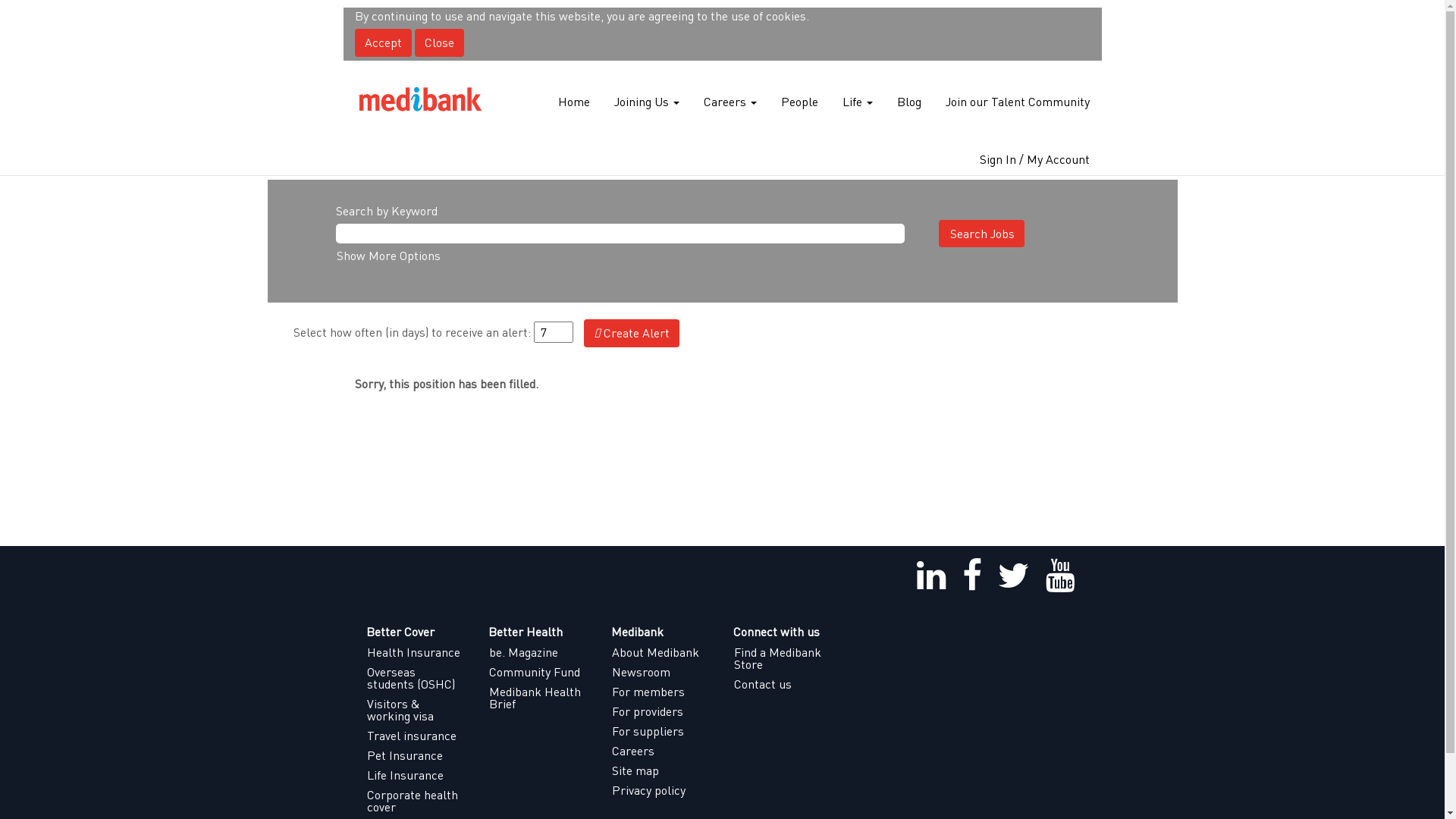  What do you see at coordinates (930, 576) in the screenshot?
I see `'linkedin'` at bounding box center [930, 576].